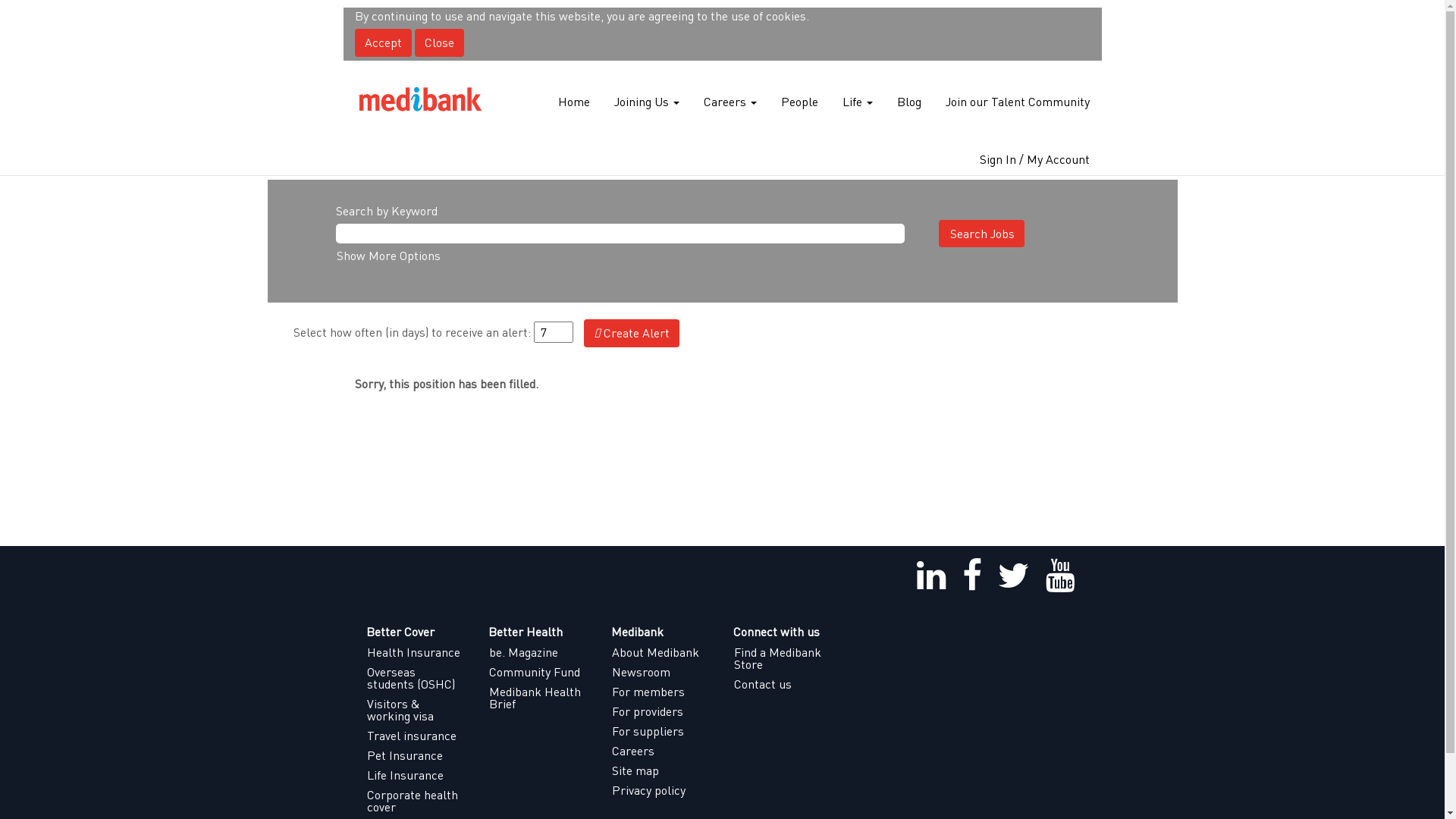  What do you see at coordinates (930, 576) in the screenshot?
I see `'linkedin'` at bounding box center [930, 576].